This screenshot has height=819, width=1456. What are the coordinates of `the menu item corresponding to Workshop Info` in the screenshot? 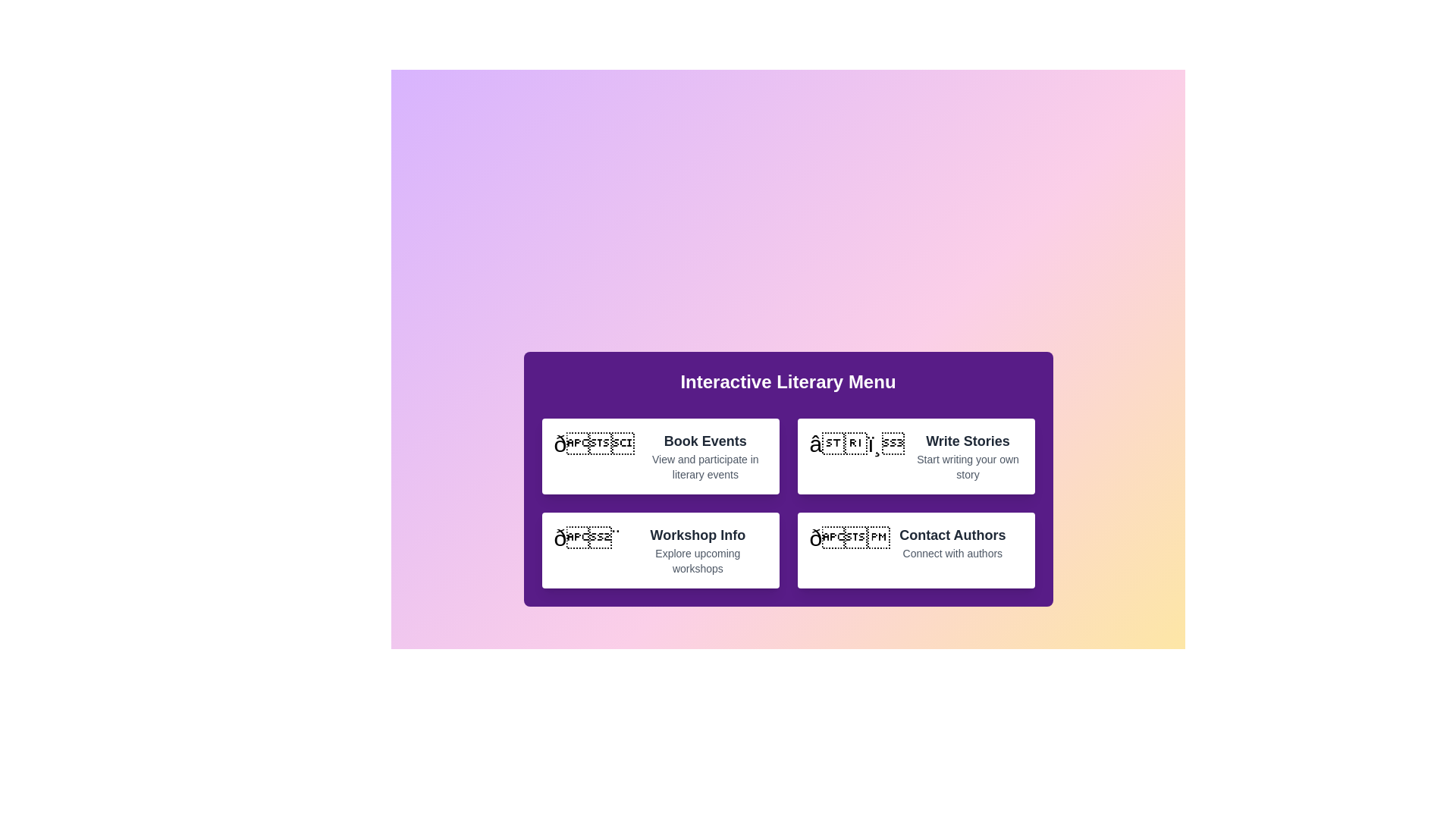 It's located at (660, 550).